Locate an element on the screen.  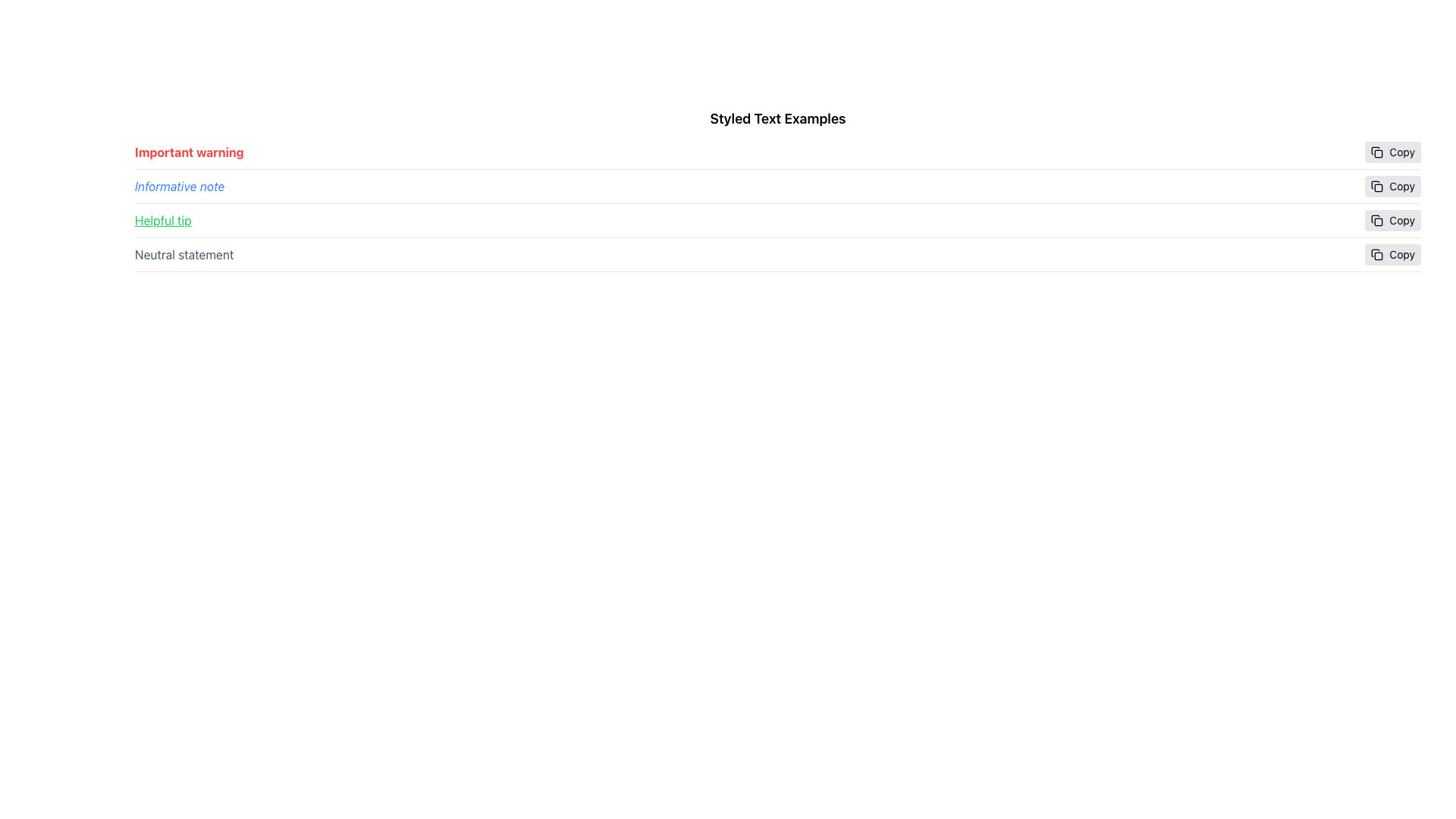
the icon within the 'Copy' button, which is positioned at the far-right end of the fourth row labeled 'Neutral statement' is located at coordinates (1377, 253).